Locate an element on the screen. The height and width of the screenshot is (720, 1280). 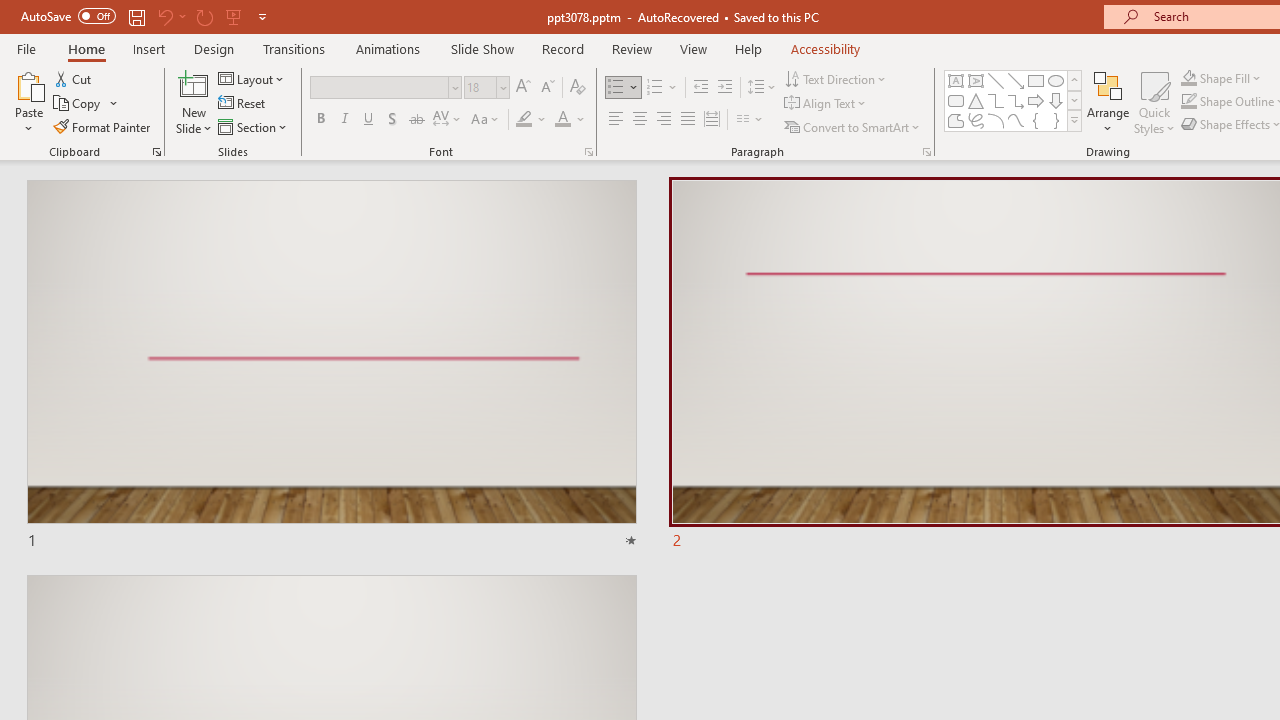
'Review' is located at coordinates (630, 48).